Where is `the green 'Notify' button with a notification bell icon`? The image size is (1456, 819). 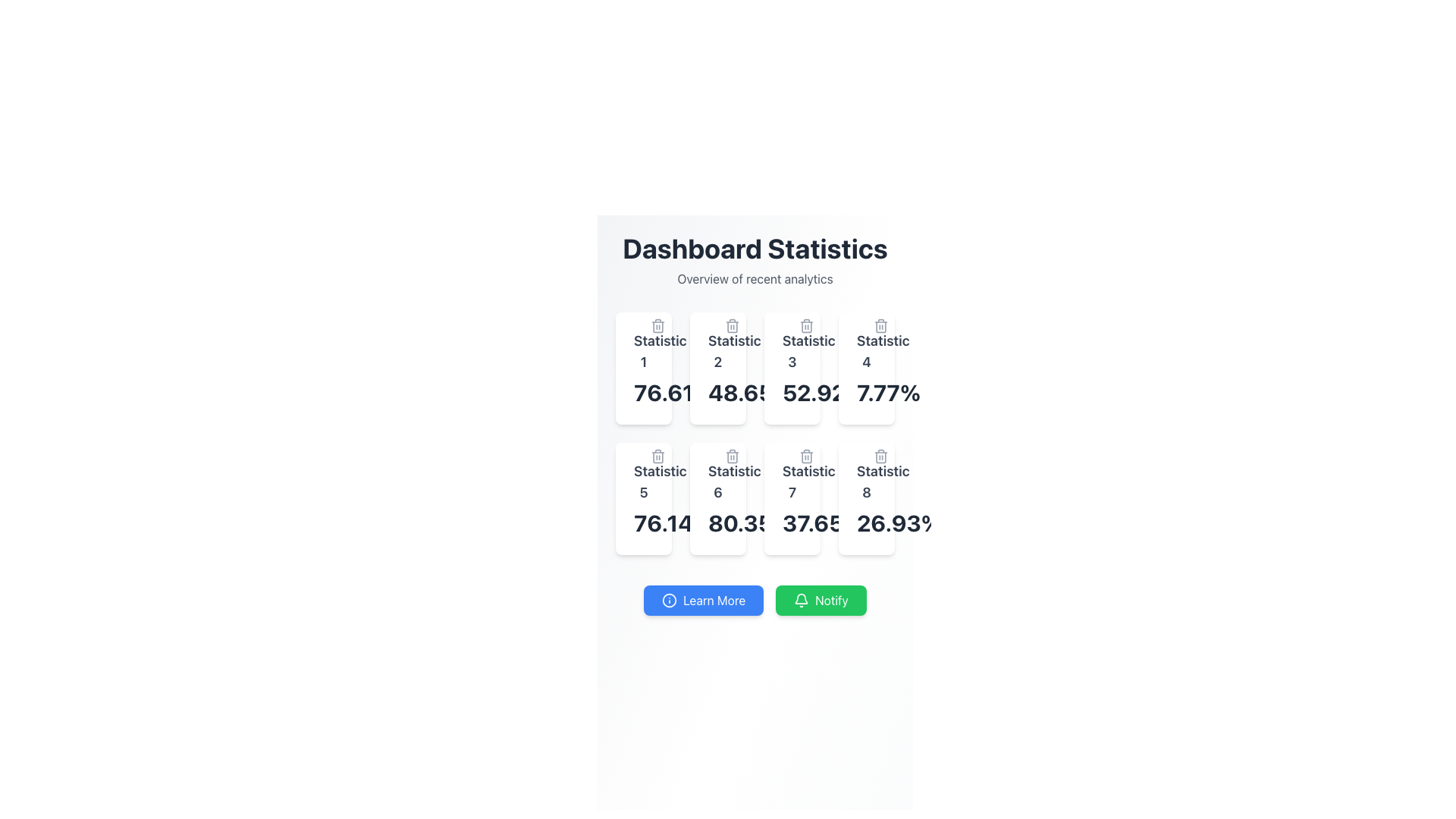
the green 'Notify' button with a notification bell icon is located at coordinates (821, 599).